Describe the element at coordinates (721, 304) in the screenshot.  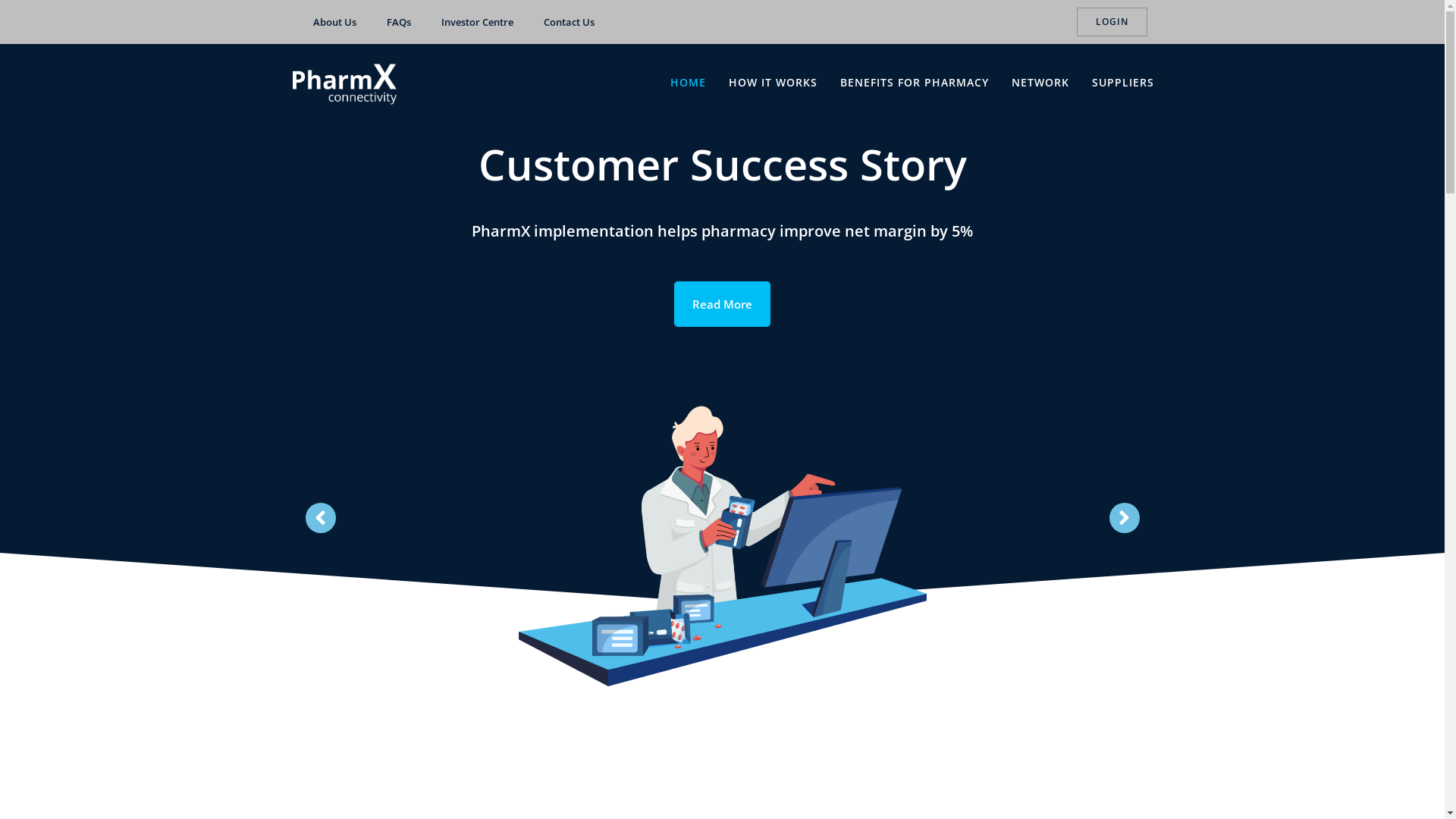
I see `'Read More'` at that location.